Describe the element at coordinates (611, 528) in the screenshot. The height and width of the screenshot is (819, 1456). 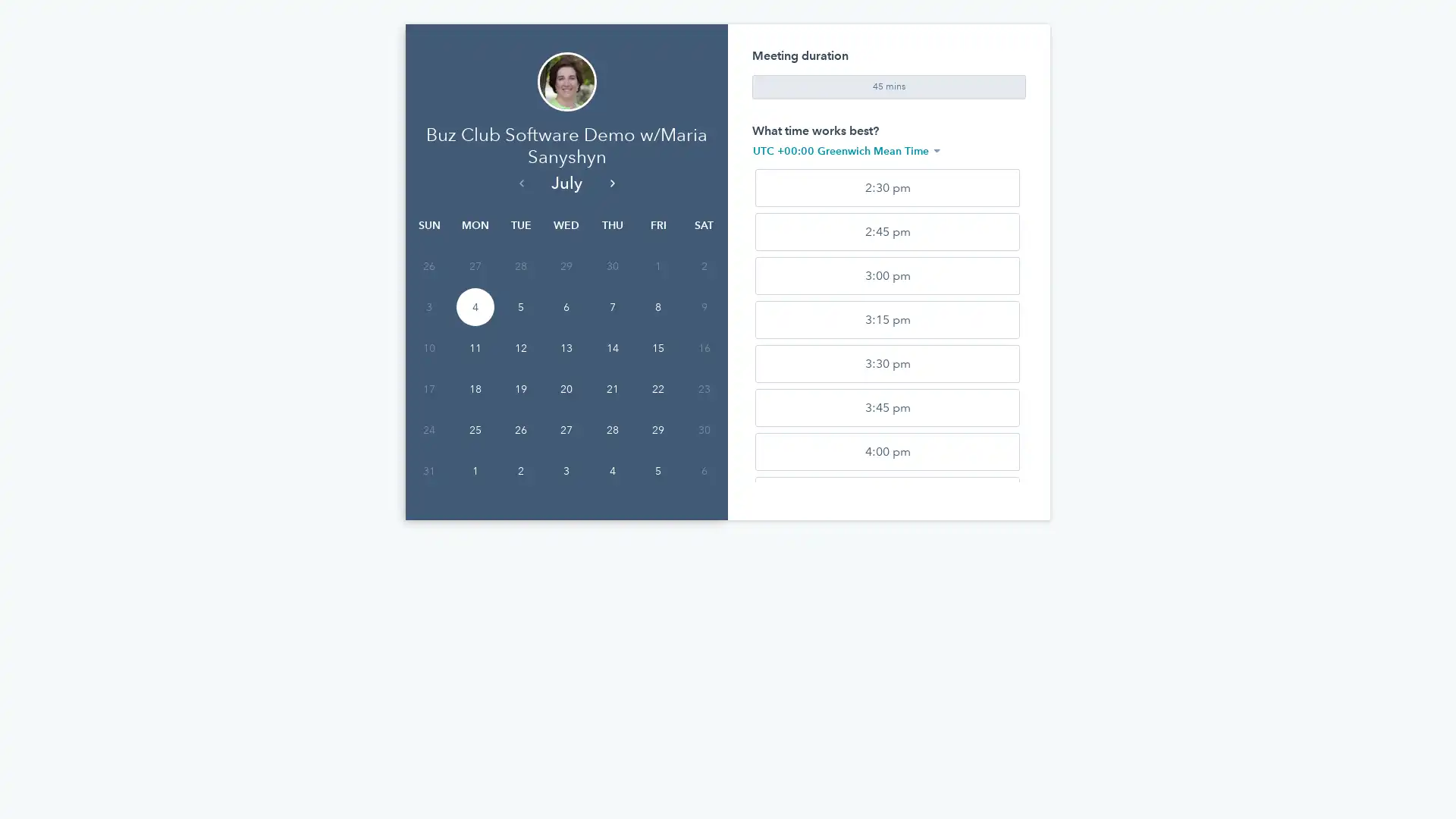
I see `August 4th` at that location.